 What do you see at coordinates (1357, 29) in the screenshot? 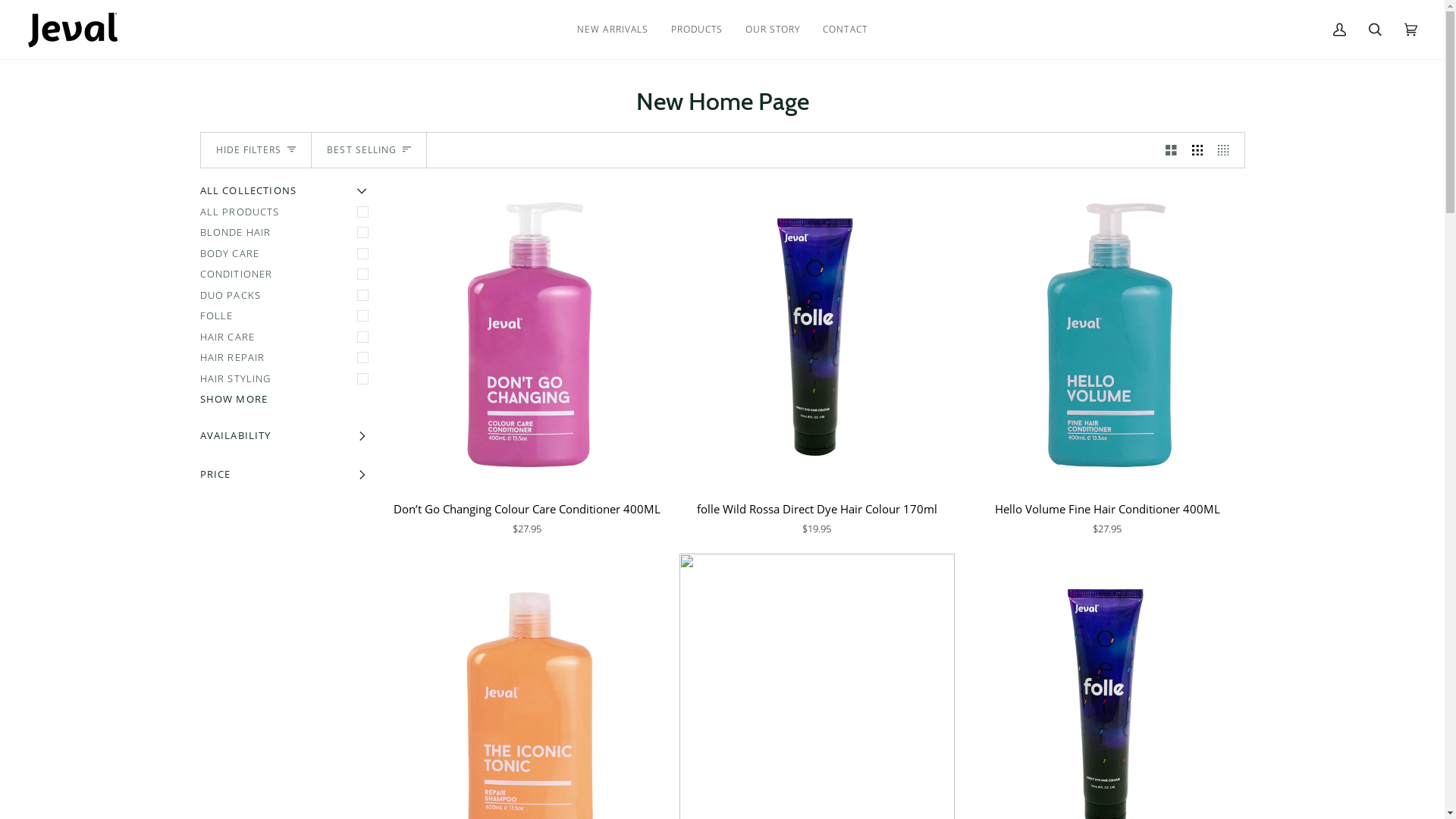
I see `'Search'` at bounding box center [1357, 29].